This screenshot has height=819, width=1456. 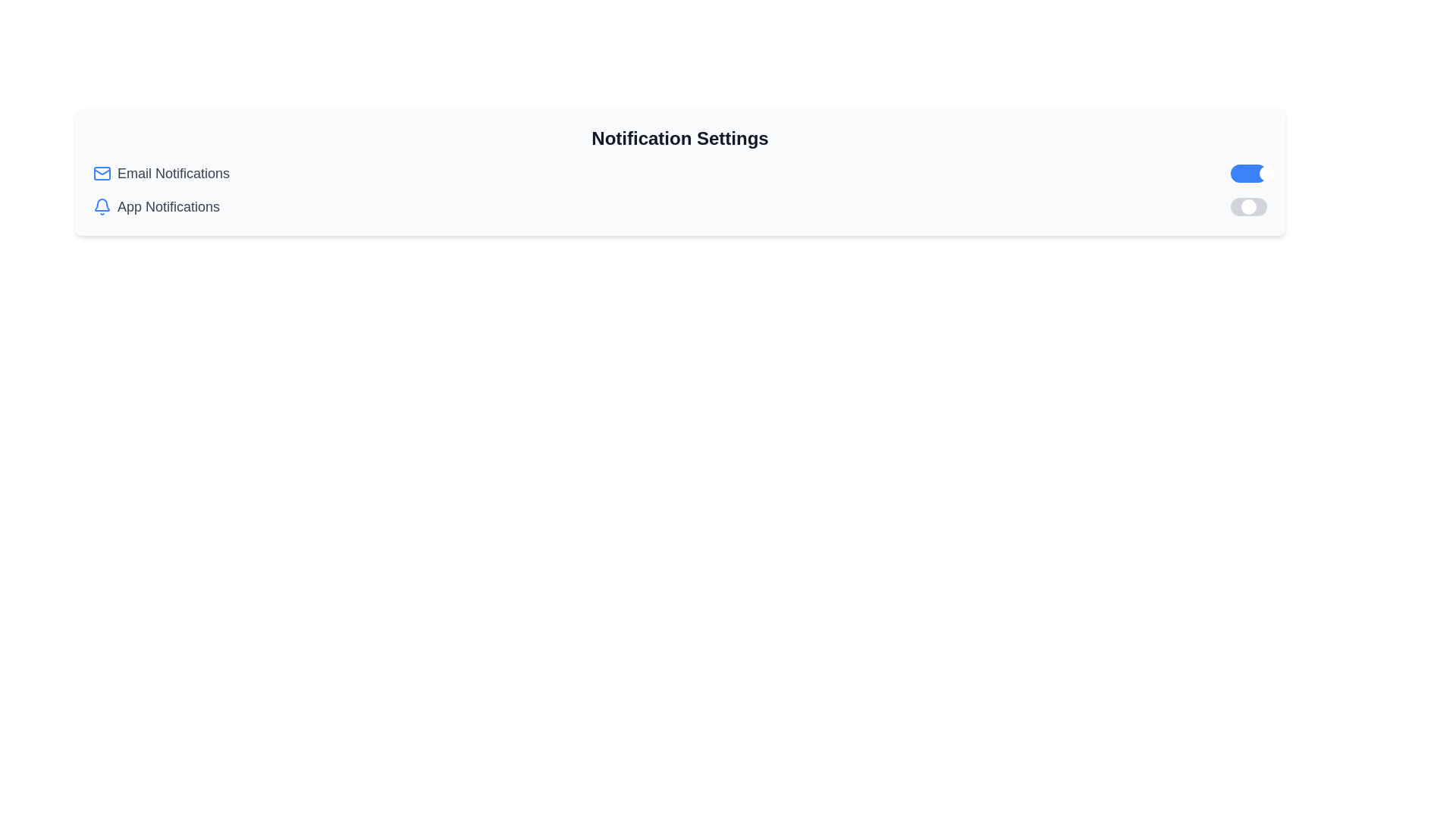 I want to click on the 'Email Notifications' text label, which is styled in a medium-large gray font and is located to the right of a blue mail envelope icon, so click(x=174, y=172).